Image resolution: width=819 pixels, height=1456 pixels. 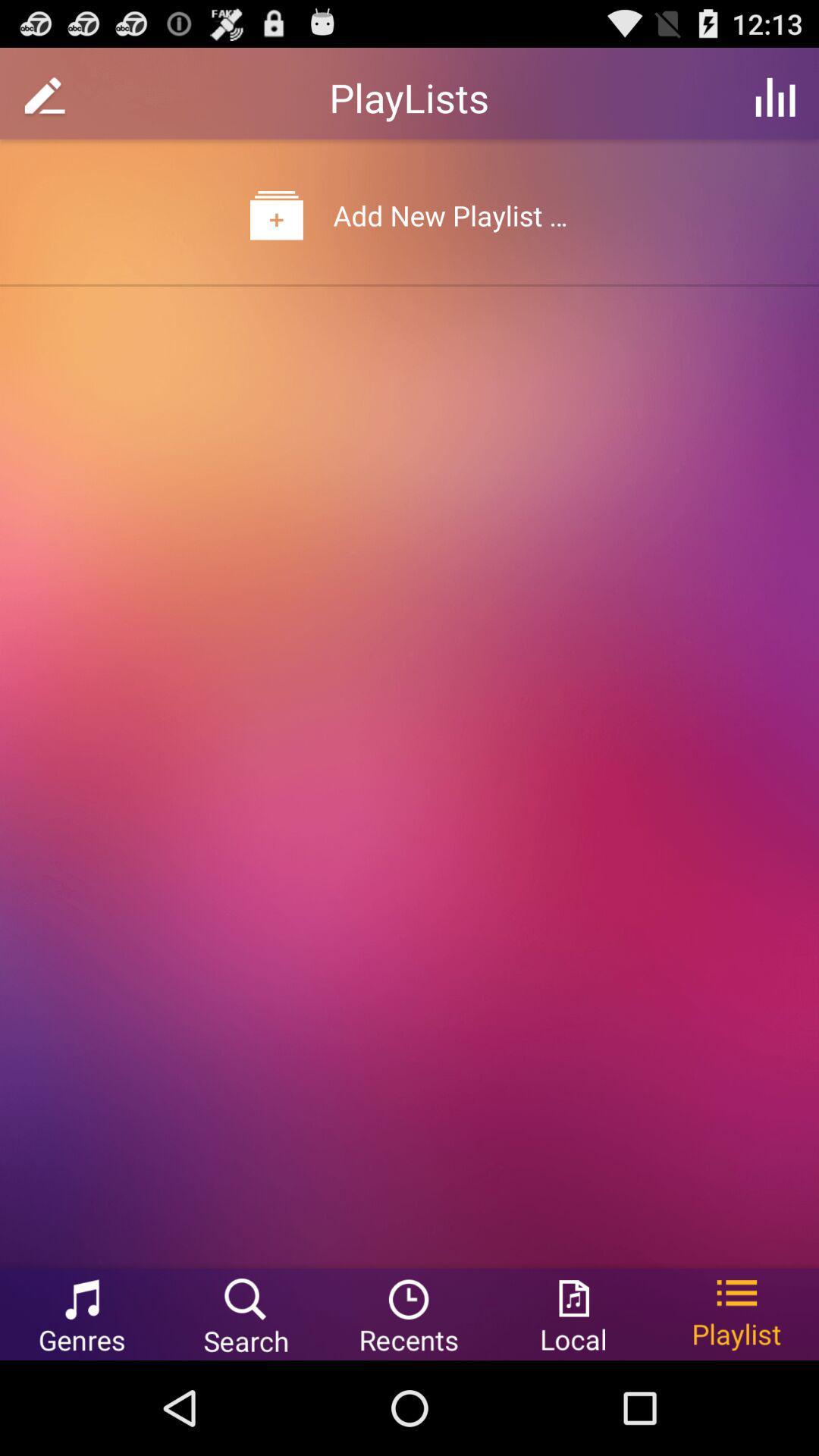 I want to click on the item at the center, so click(x=409, y=773).